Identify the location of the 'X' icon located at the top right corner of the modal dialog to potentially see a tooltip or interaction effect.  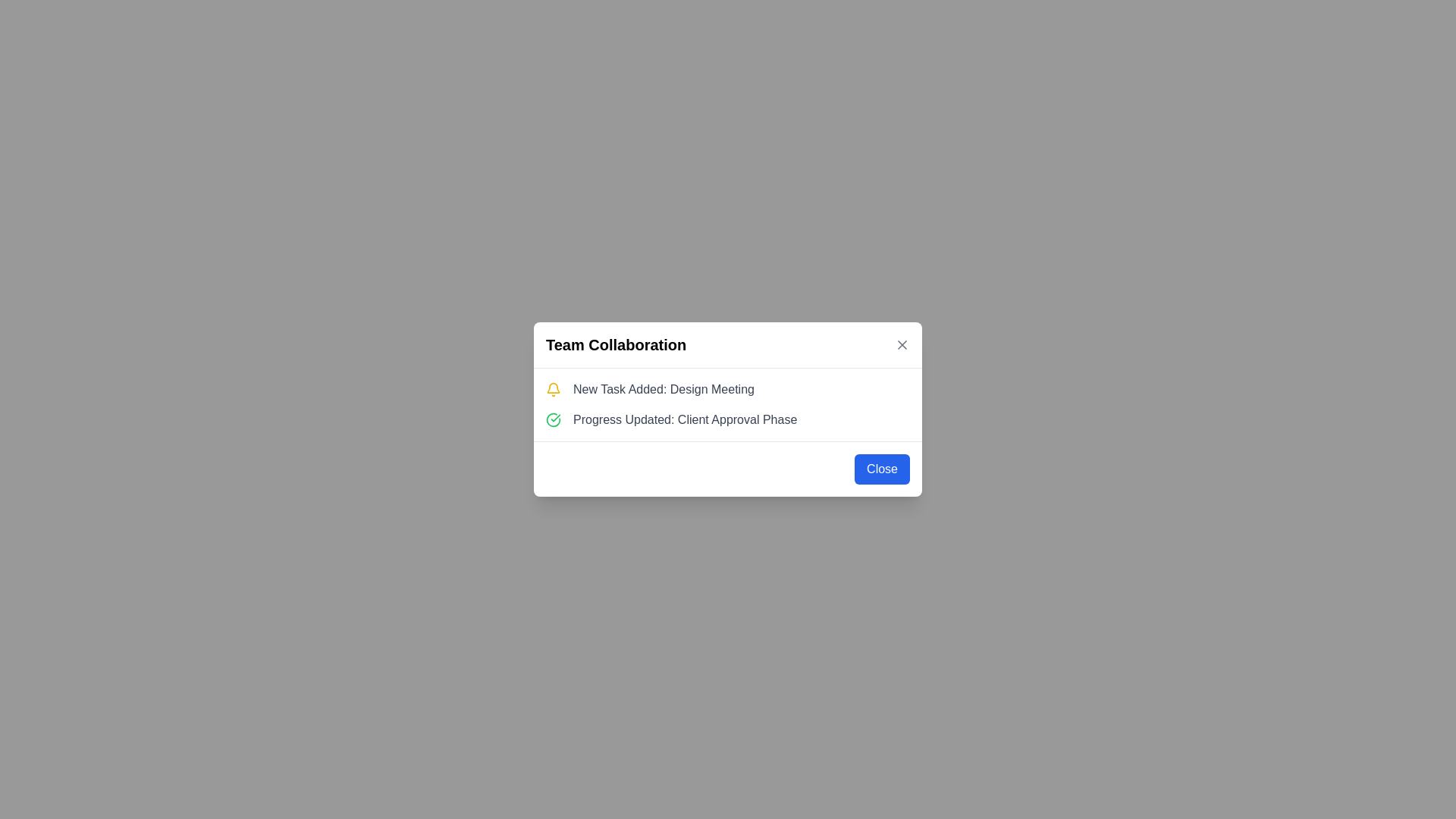
(902, 345).